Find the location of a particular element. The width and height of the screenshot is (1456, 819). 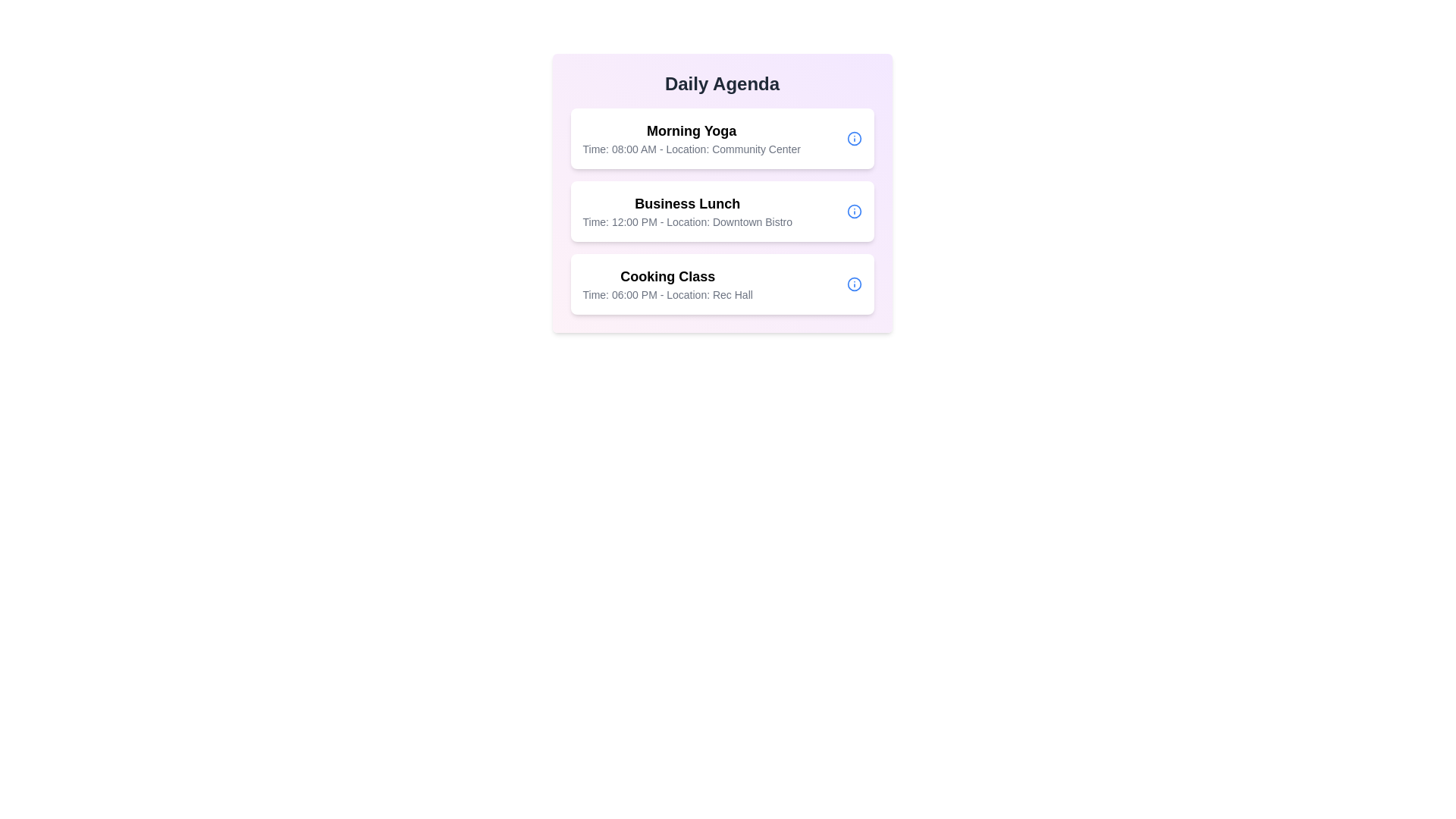

the list item corresponding to Business Lunch is located at coordinates (721, 211).